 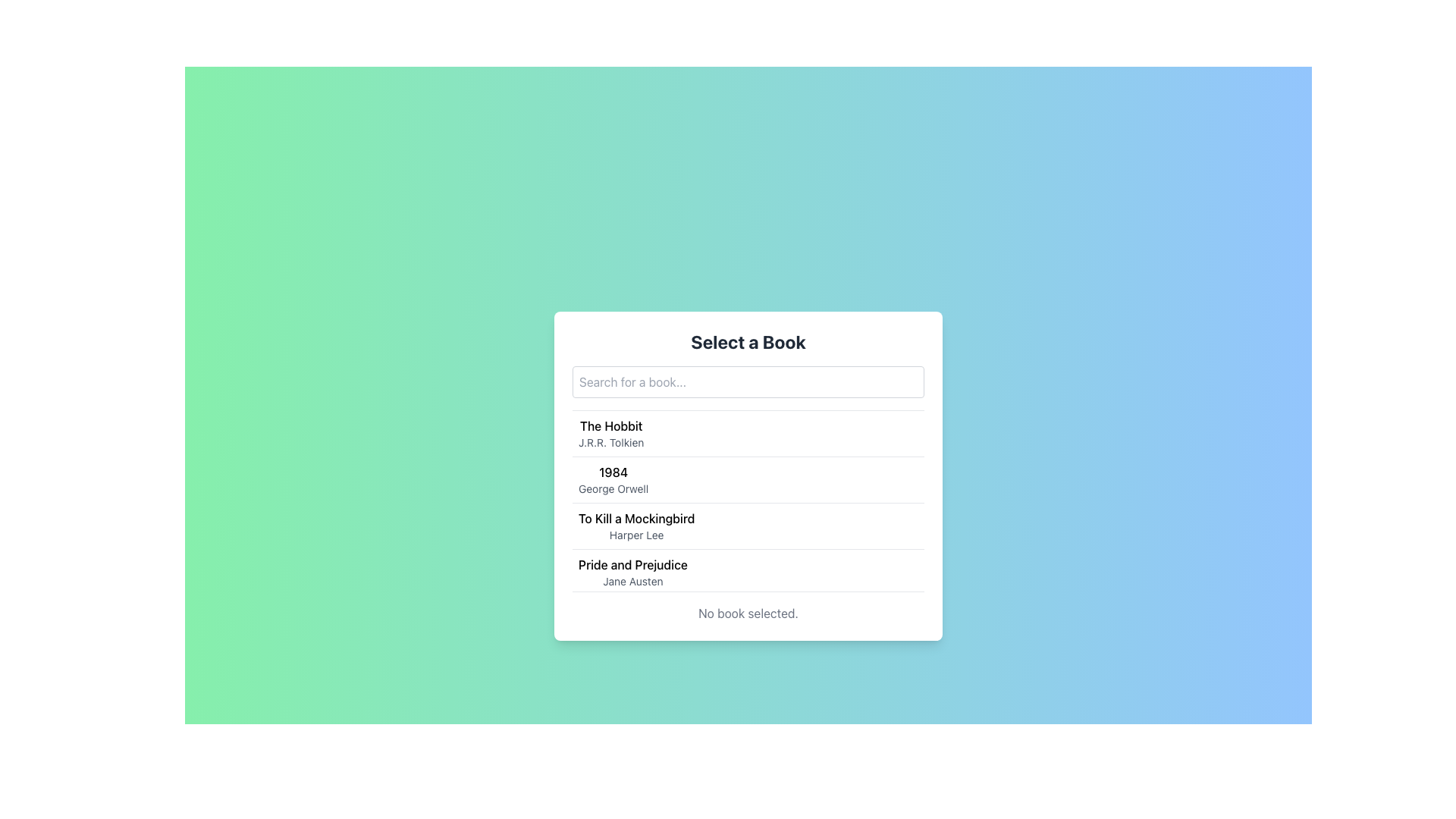 What do you see at coordinates (611, 442) in the screenshot?
I see `author's name label for the book 'The Hobbit', which is displayed below the title in the list of books` at bounding box center [611, 442].